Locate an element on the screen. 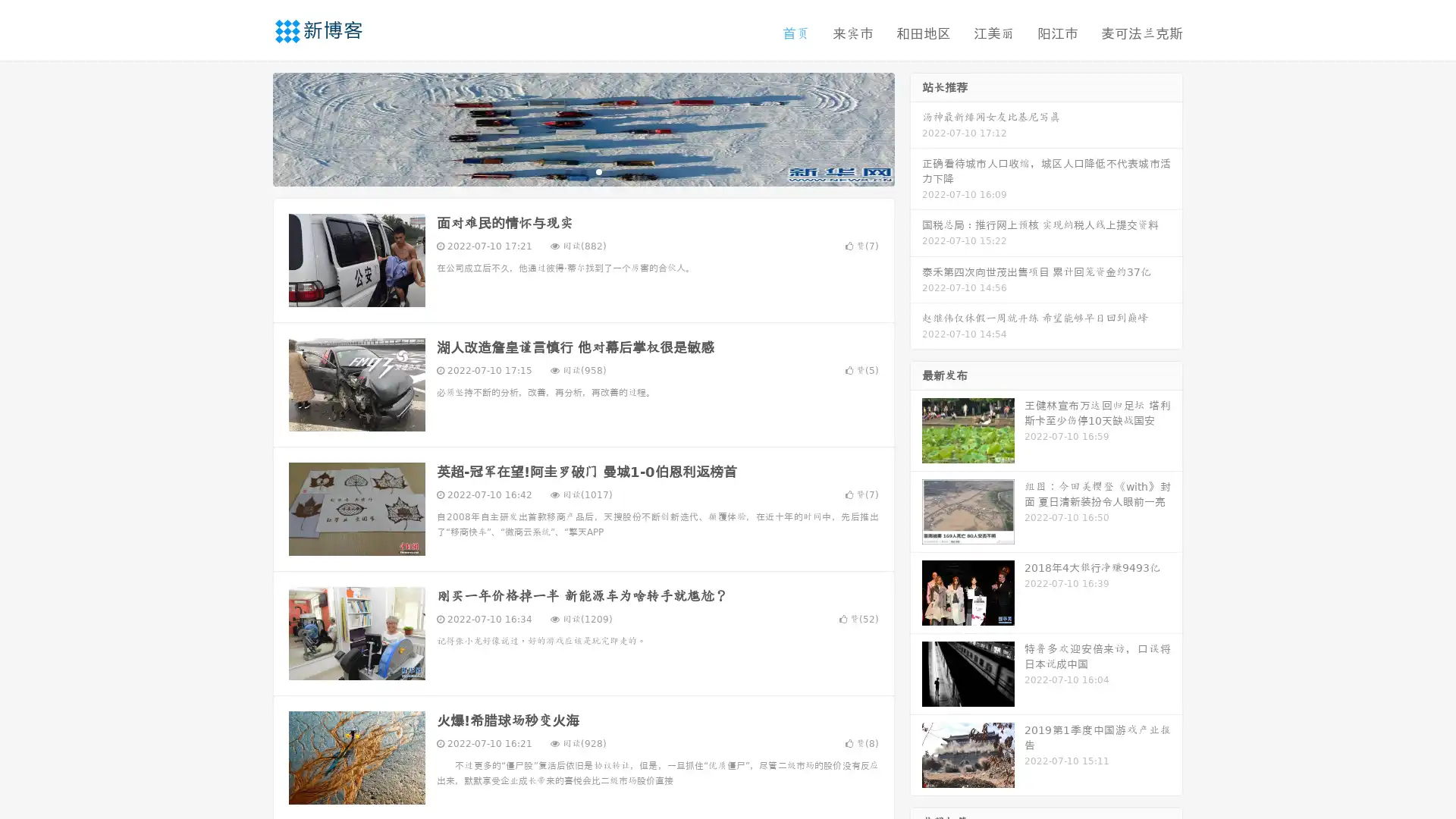 Image resolution: width=1456 pixels, height=819 pixels. Go to slide 3 is located at coordinates (598, 171).